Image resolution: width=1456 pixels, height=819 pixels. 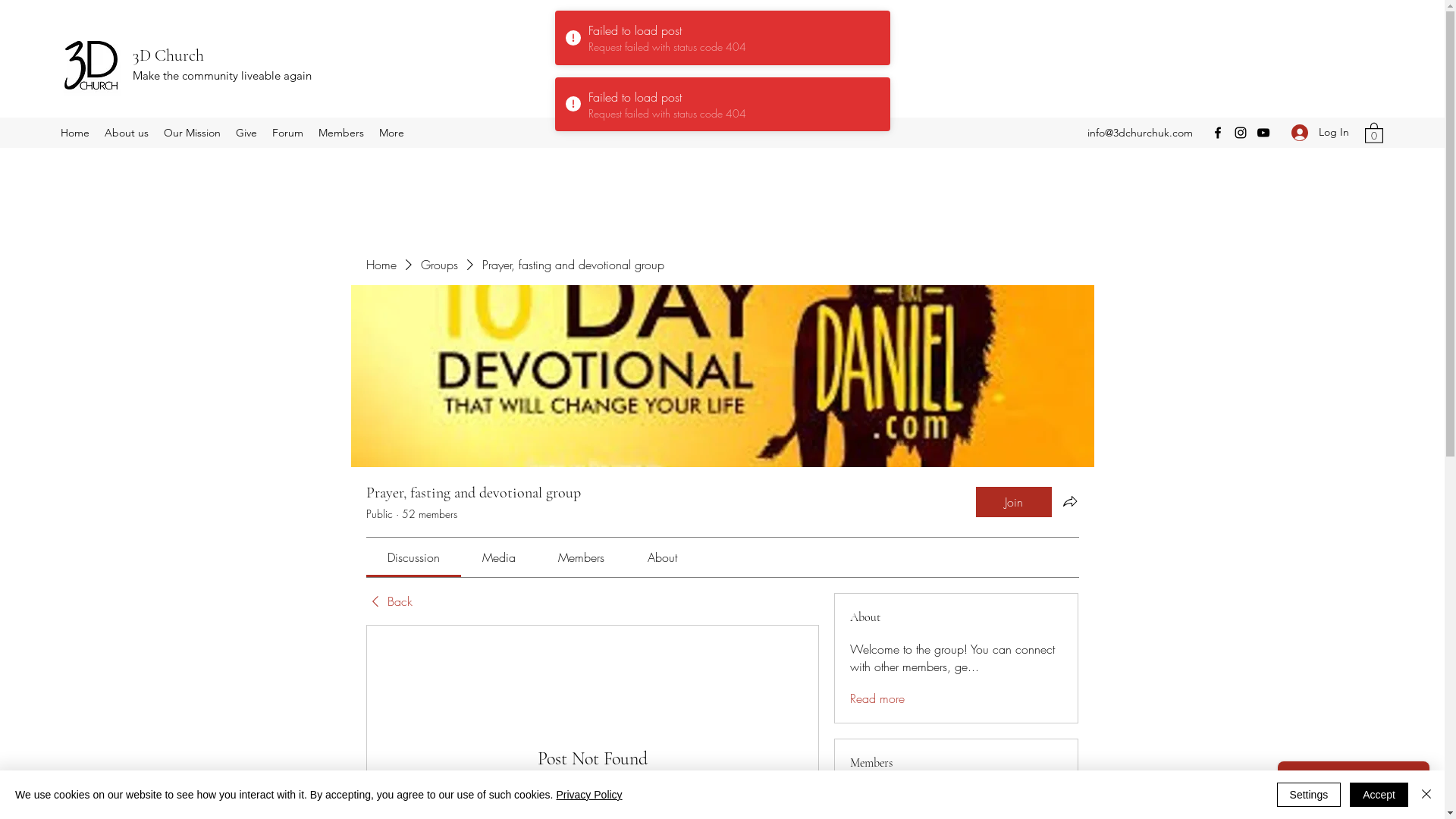 I want to click on 'info@3dchurchuk.com', so click(x=1140, y=131).